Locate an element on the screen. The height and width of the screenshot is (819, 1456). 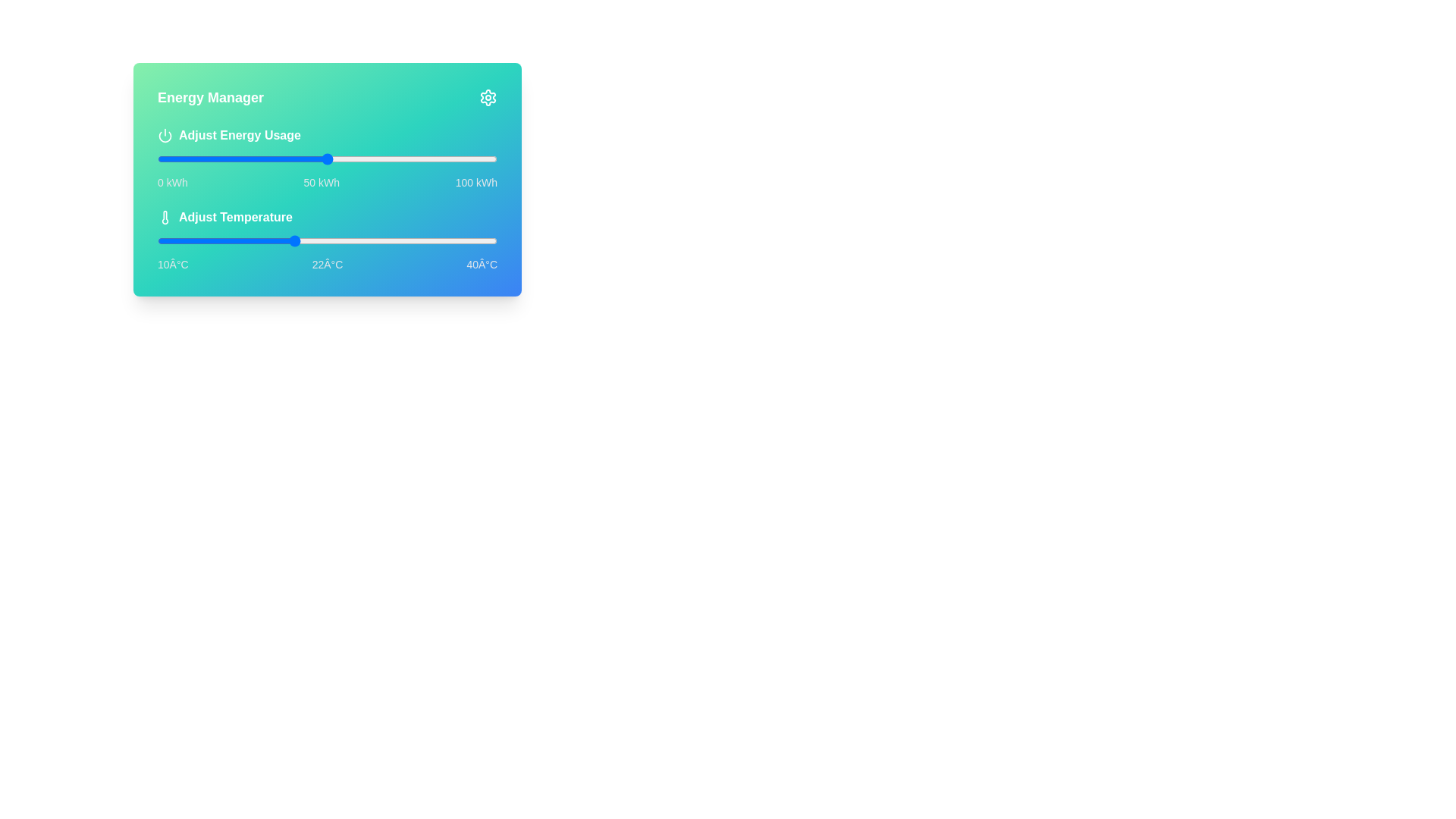
the temperature to 35°C using the slider is located at coordinates (440, 240).